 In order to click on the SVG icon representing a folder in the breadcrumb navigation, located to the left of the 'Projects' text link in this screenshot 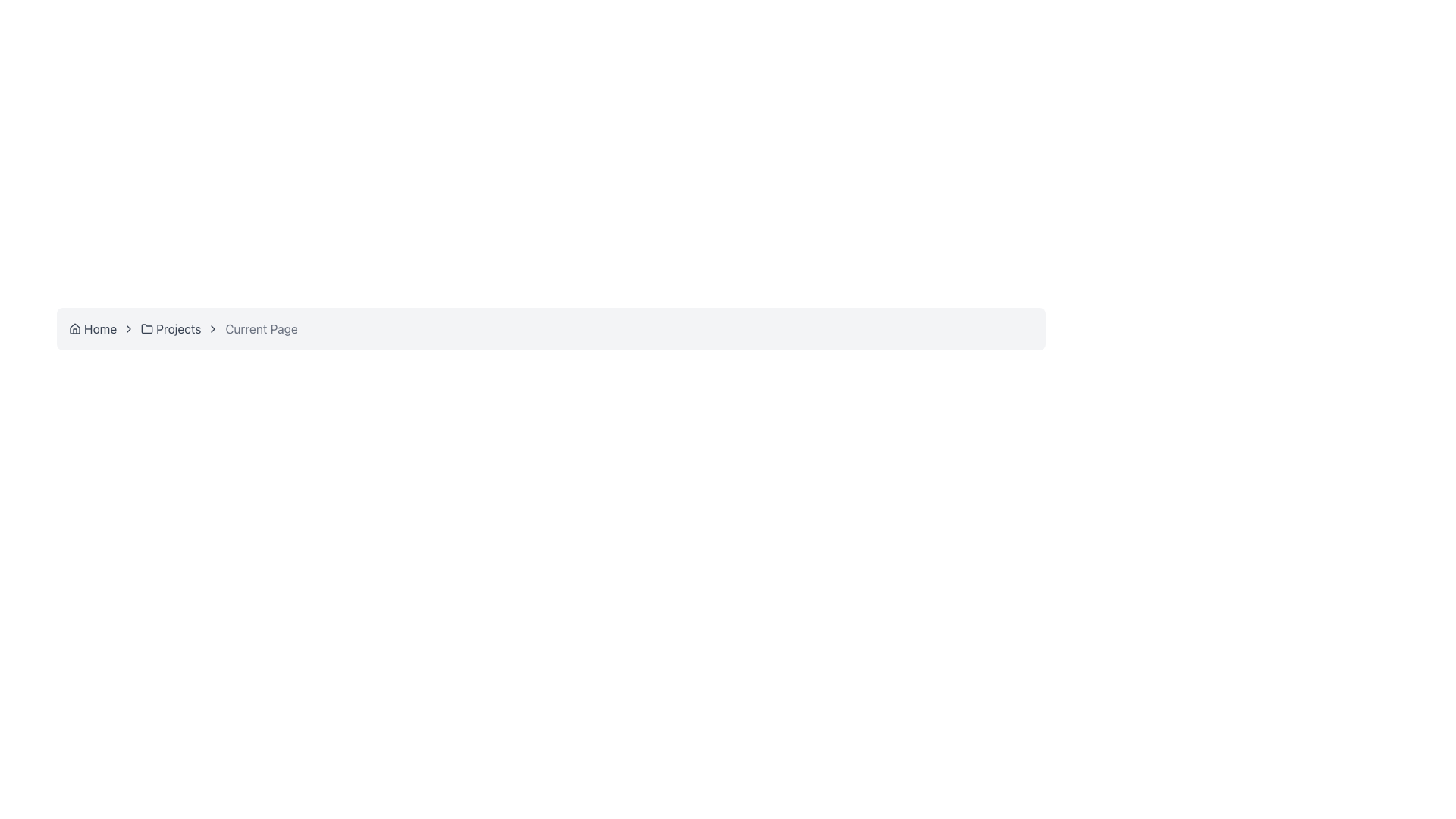, I will do `click(147, 328)`.